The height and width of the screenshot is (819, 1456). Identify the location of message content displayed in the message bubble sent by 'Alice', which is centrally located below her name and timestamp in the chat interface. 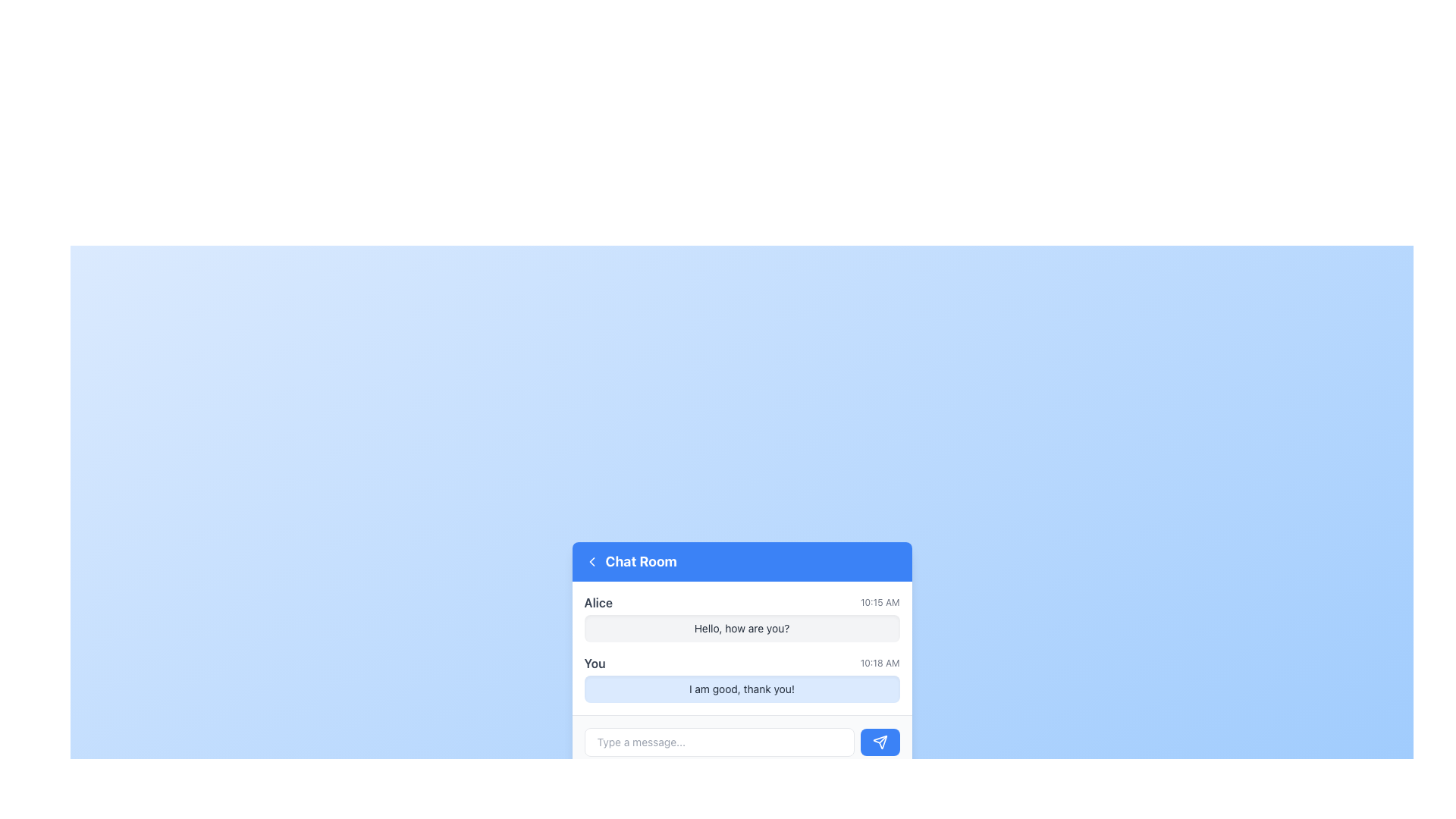
(742, 628).